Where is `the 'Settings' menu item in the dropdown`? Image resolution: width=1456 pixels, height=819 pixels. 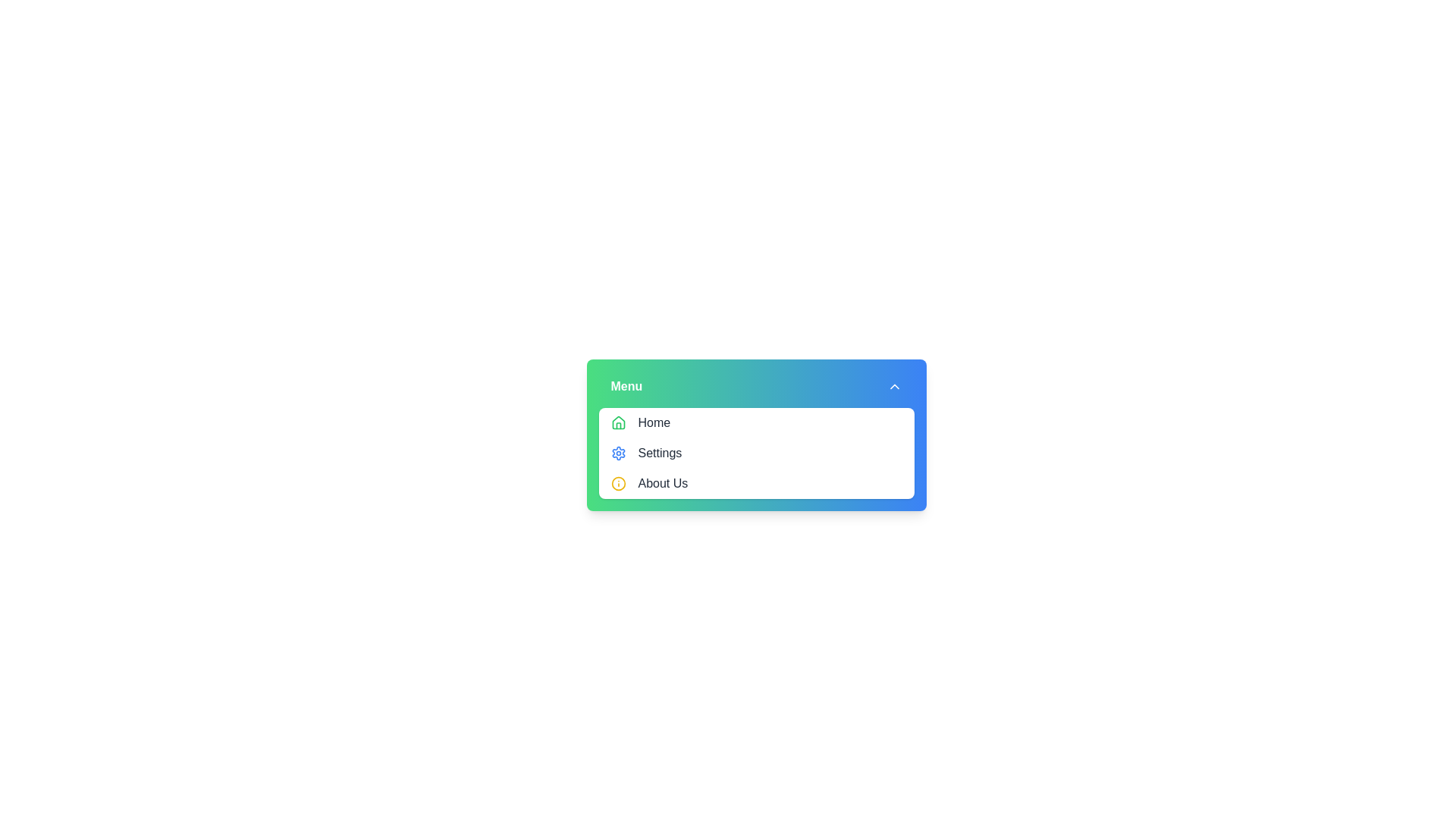
the 'Settings' menu item in the dropdown is located at coordinates (756, 452).